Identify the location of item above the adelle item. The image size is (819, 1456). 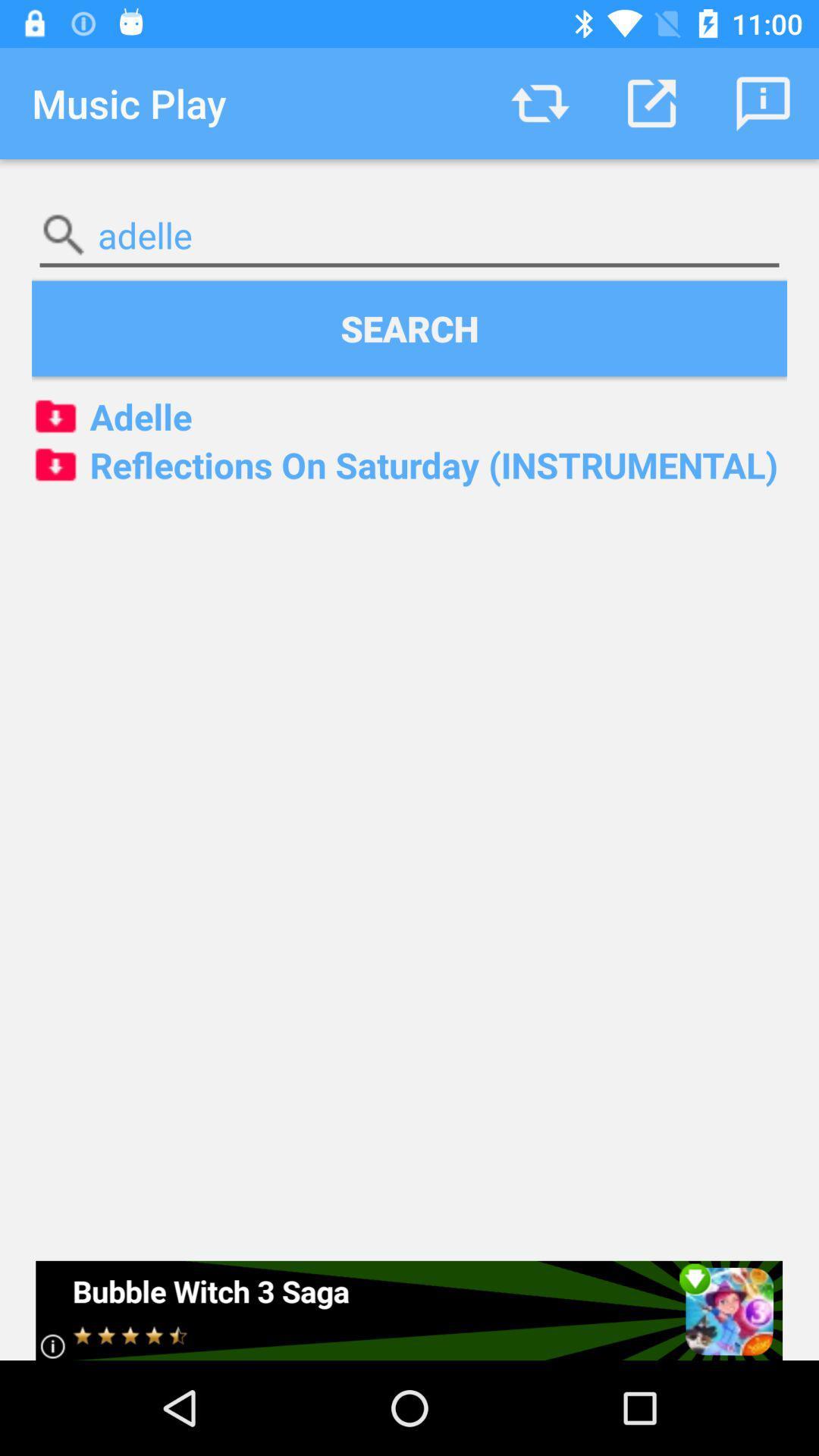
(539, 102).